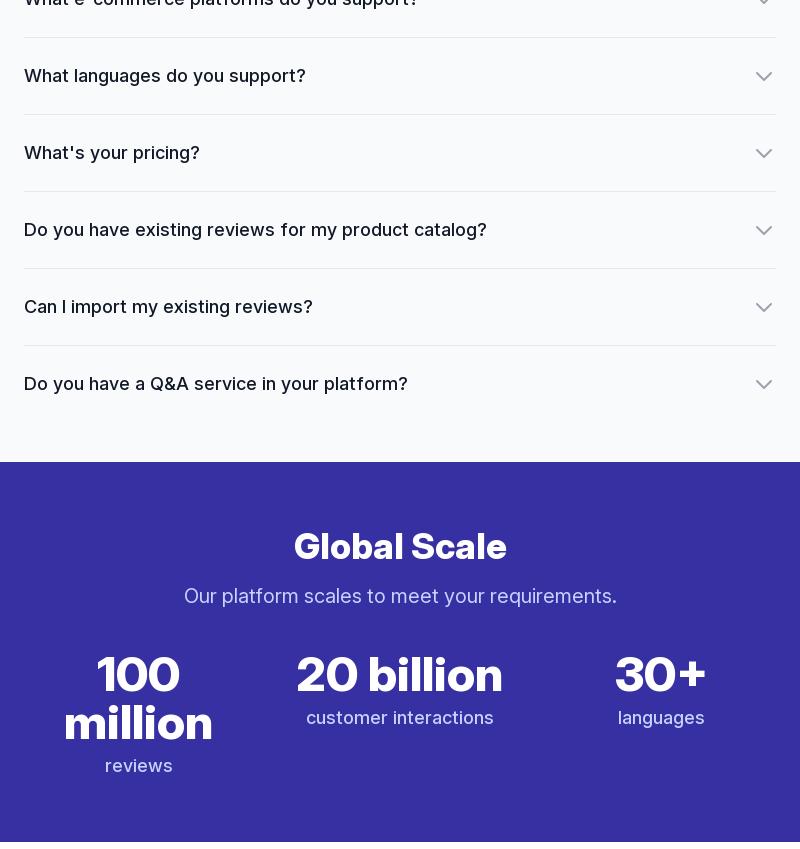 This screenshot has width=800, height=849. What do you see at coordinates (398, 545) in the screenshot?
I see `'Global Scale'` at bounding box center [398, 545].